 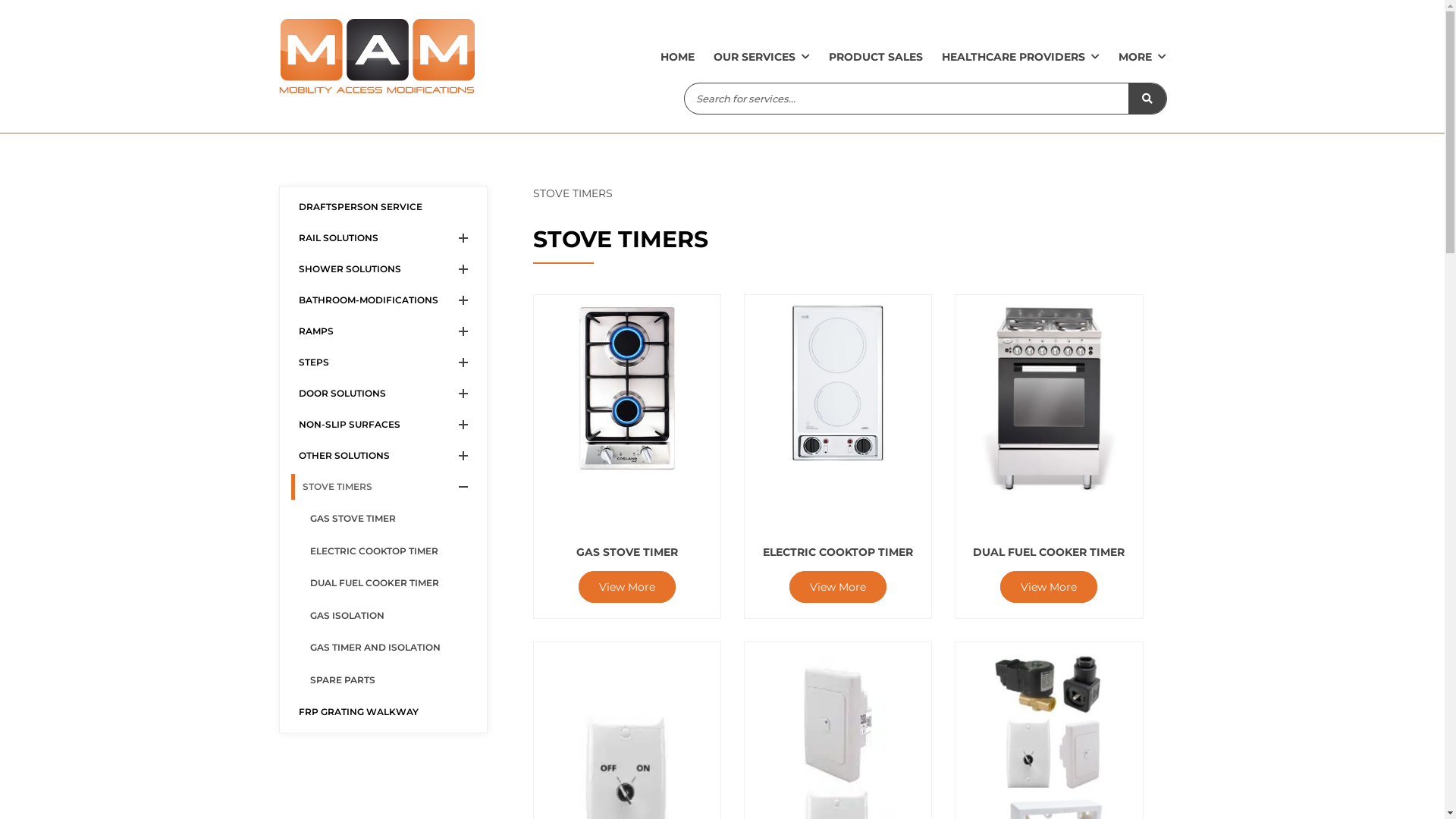 What do you see at coordinates (369, 455) in the screenshot?
I see `'OTHER SOLUTIONS'` at bounding box center [369, 455].